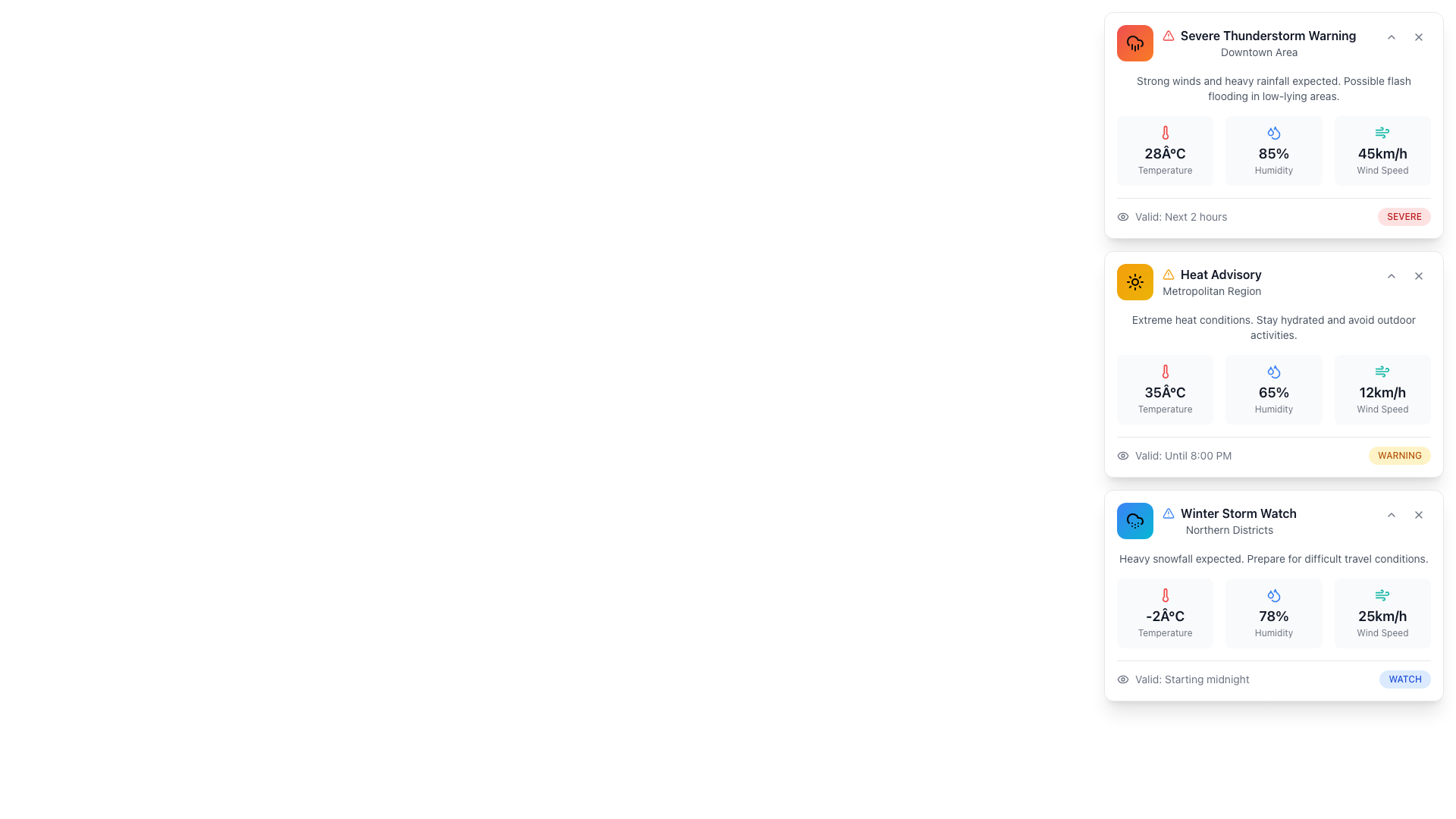 This screenshot has height=819, width=1456. I want to click on the text element displaying the message 'Extreme heat conditions. Stay hydrated and avoid outdoor activities.' which is centrally aligned in the 'Heat Advisory' card, so click(1274, 327).